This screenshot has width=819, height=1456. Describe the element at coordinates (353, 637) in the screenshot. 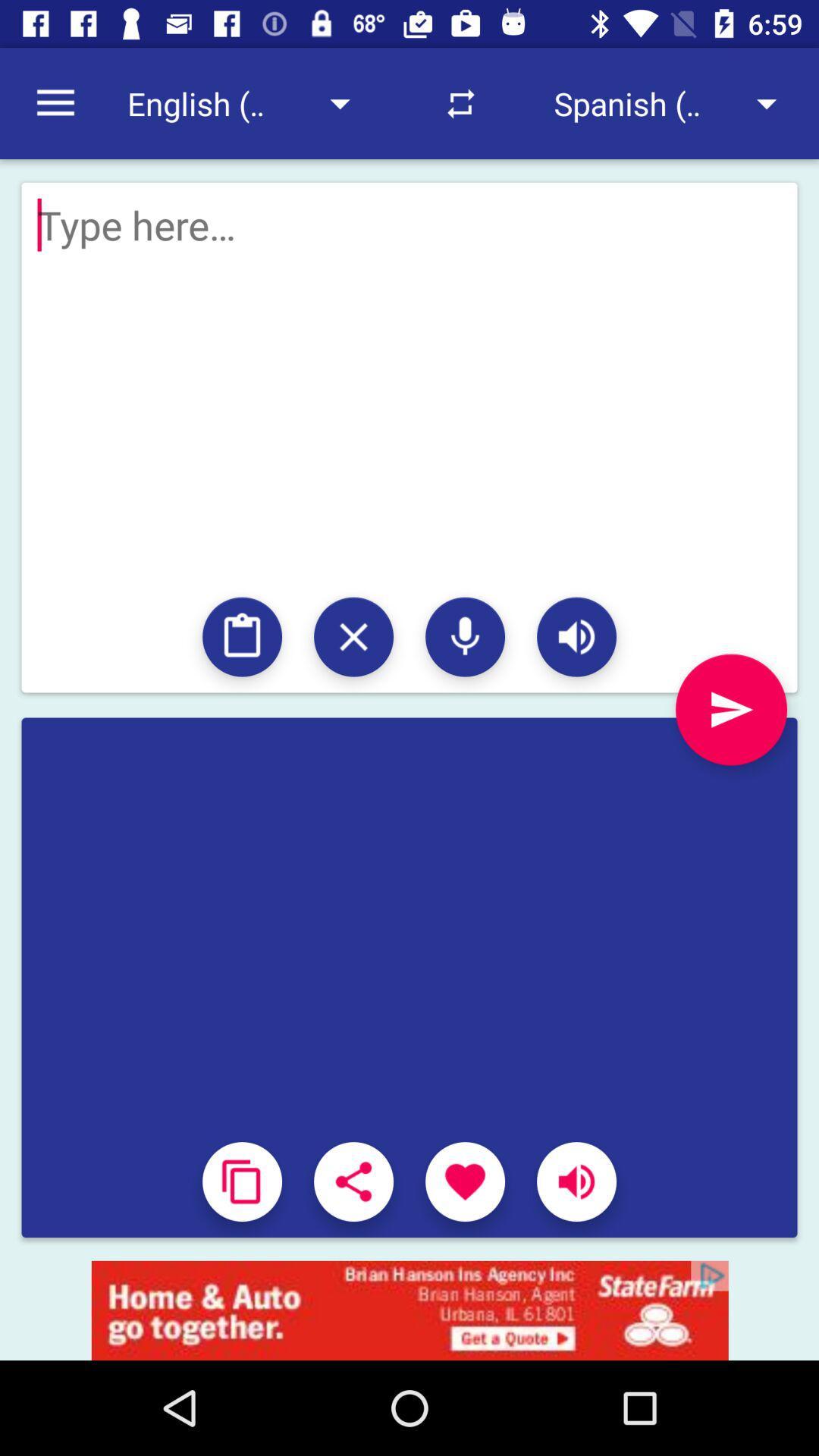

I see `switch` at that location.